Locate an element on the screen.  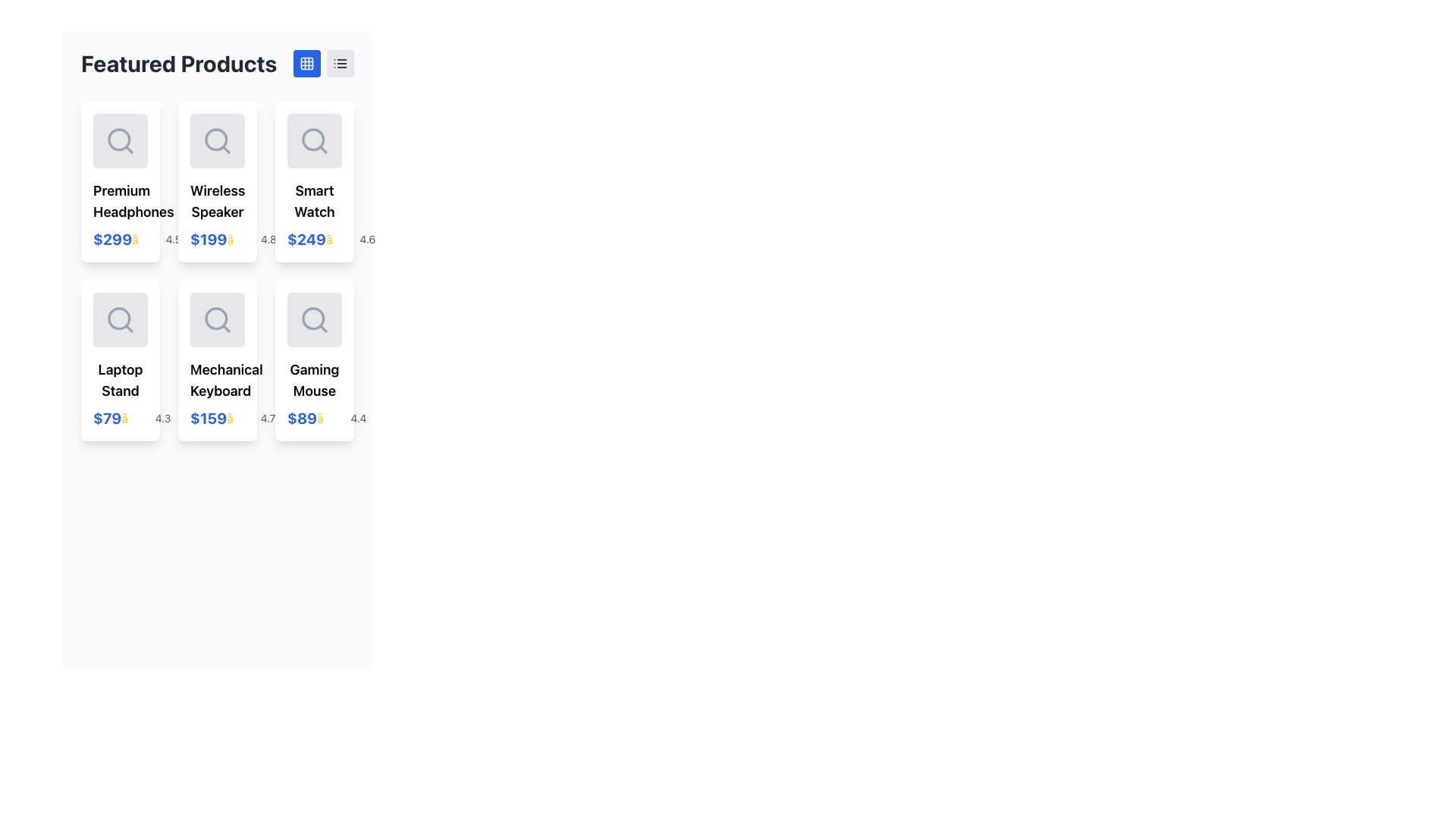
the 'Mechanical Keyboard' text label located in the second card of the second row in the product grid layout is located at coordinates (217, 379).